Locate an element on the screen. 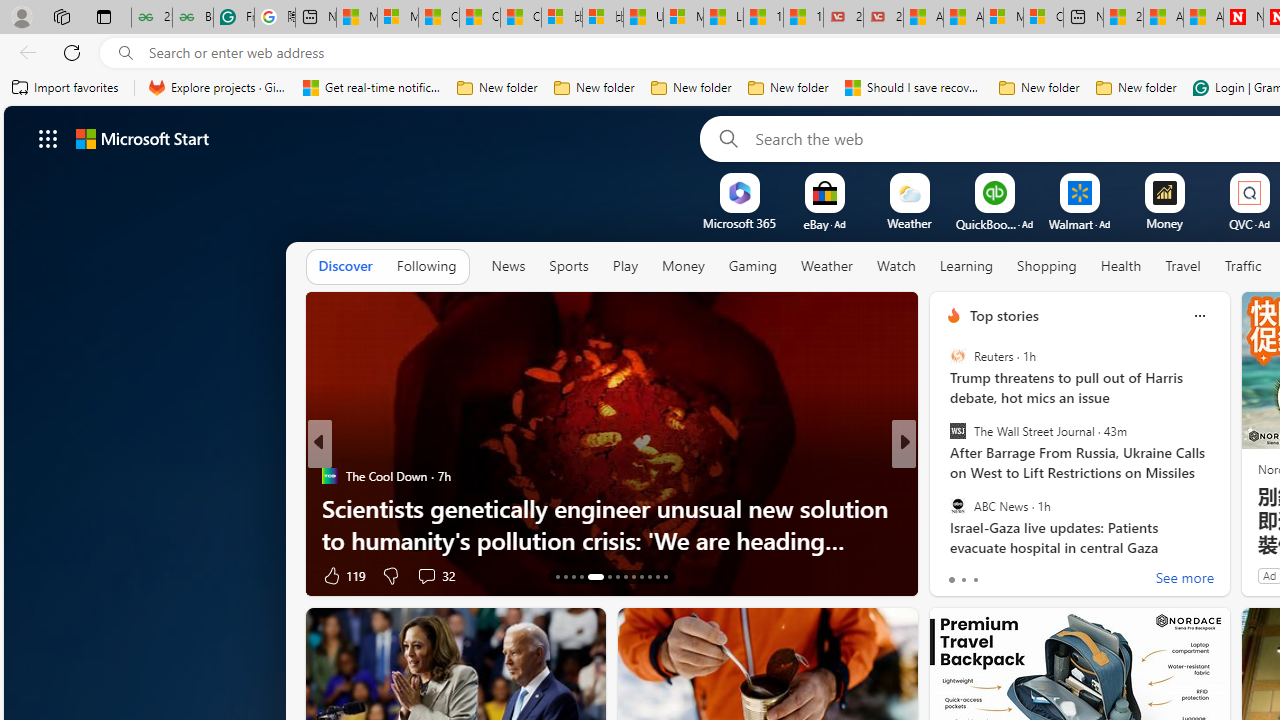 This screenshot has height=720, width=1280. 'ABC News' is located at coordinates (956, 504).